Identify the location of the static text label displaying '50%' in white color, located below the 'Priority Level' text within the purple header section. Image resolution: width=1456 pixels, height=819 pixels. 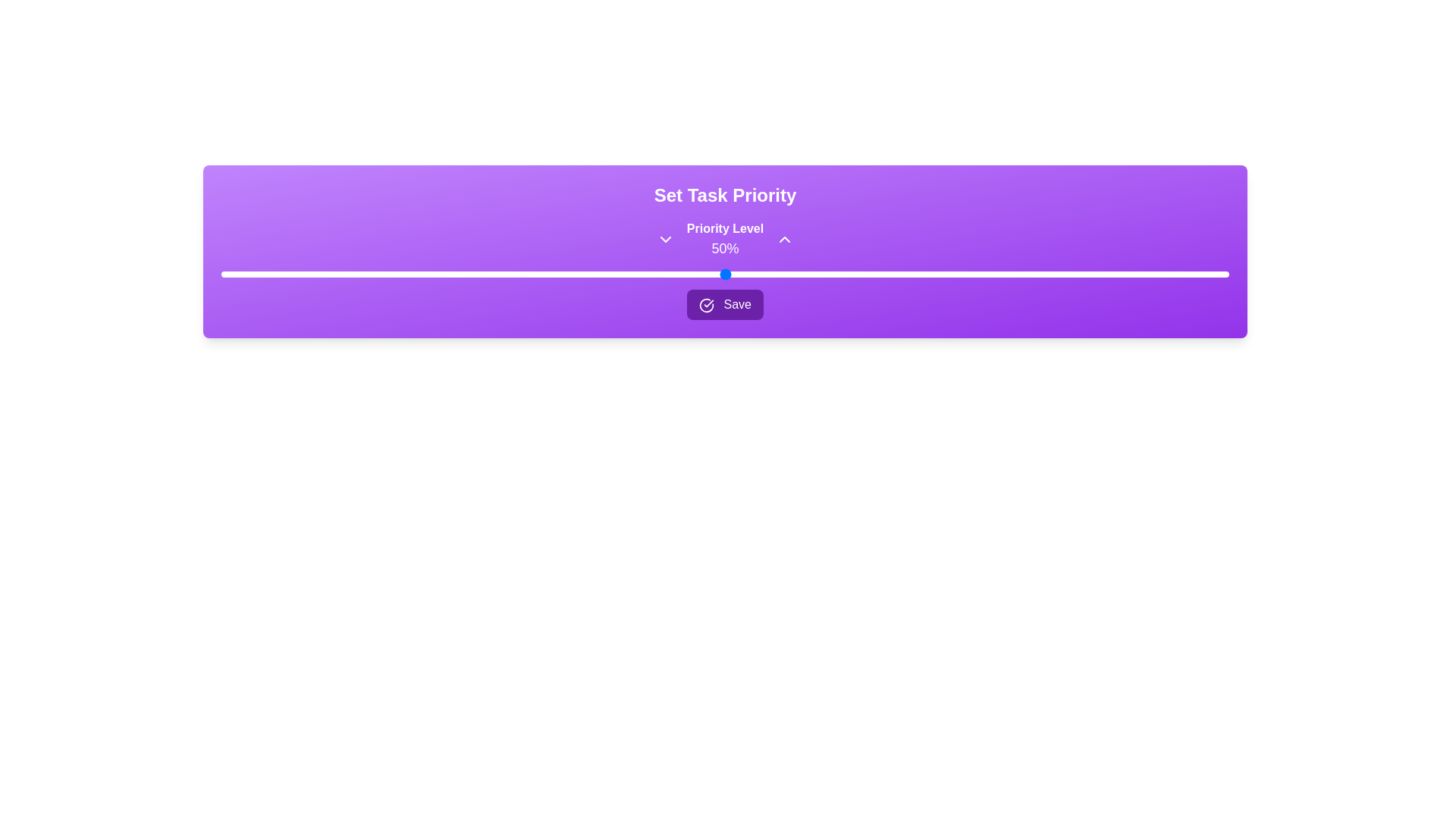
(724, 247).